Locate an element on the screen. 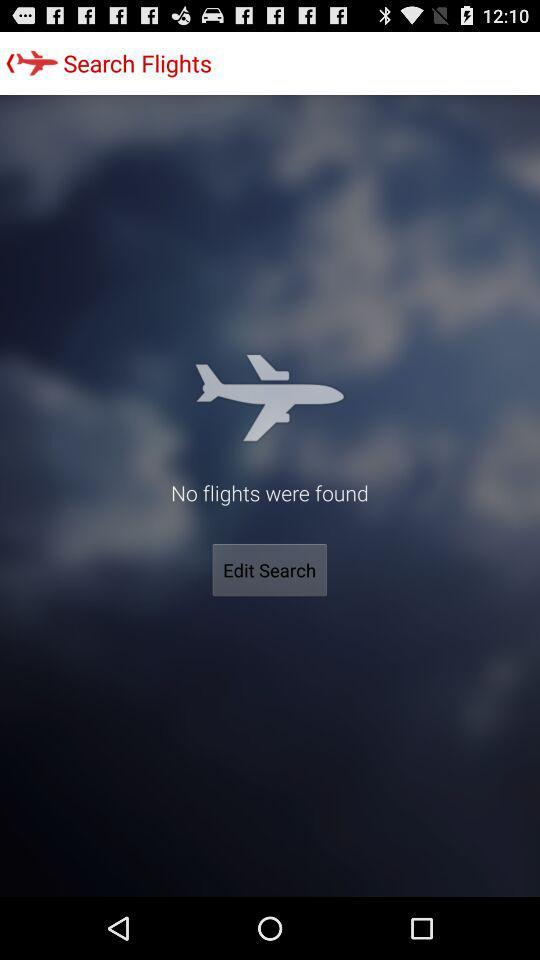 Image resolution: width=540 pixels, height=960 pixels. item below the no flights were is located at coordinates (269, 570).